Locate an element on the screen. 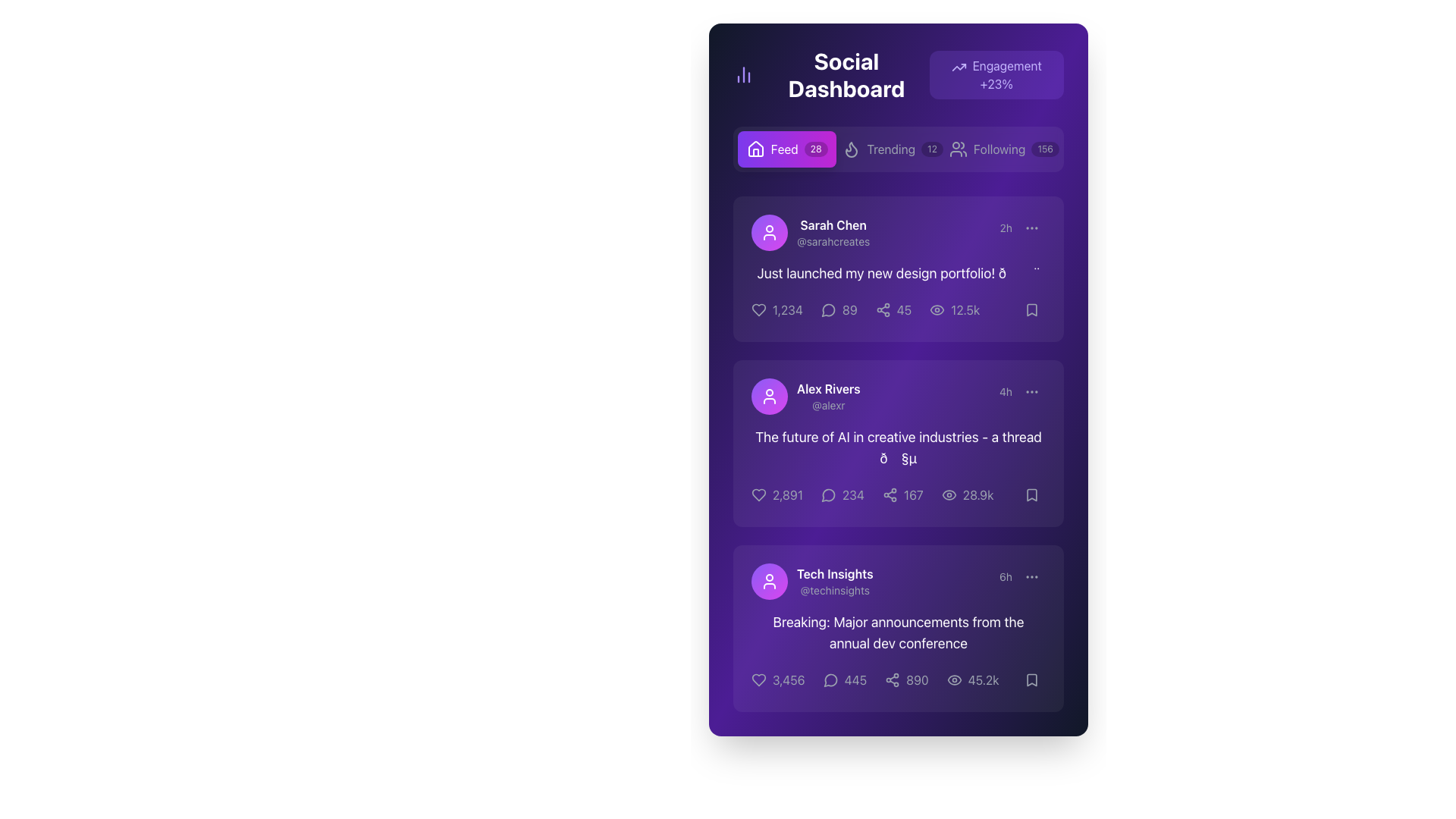 This screenshot has width=1456, height=819. the SVG icon for replies or comments located on the right side of the interaction bar underneath Alex Rivers' post is located at coordinates (827, 494).